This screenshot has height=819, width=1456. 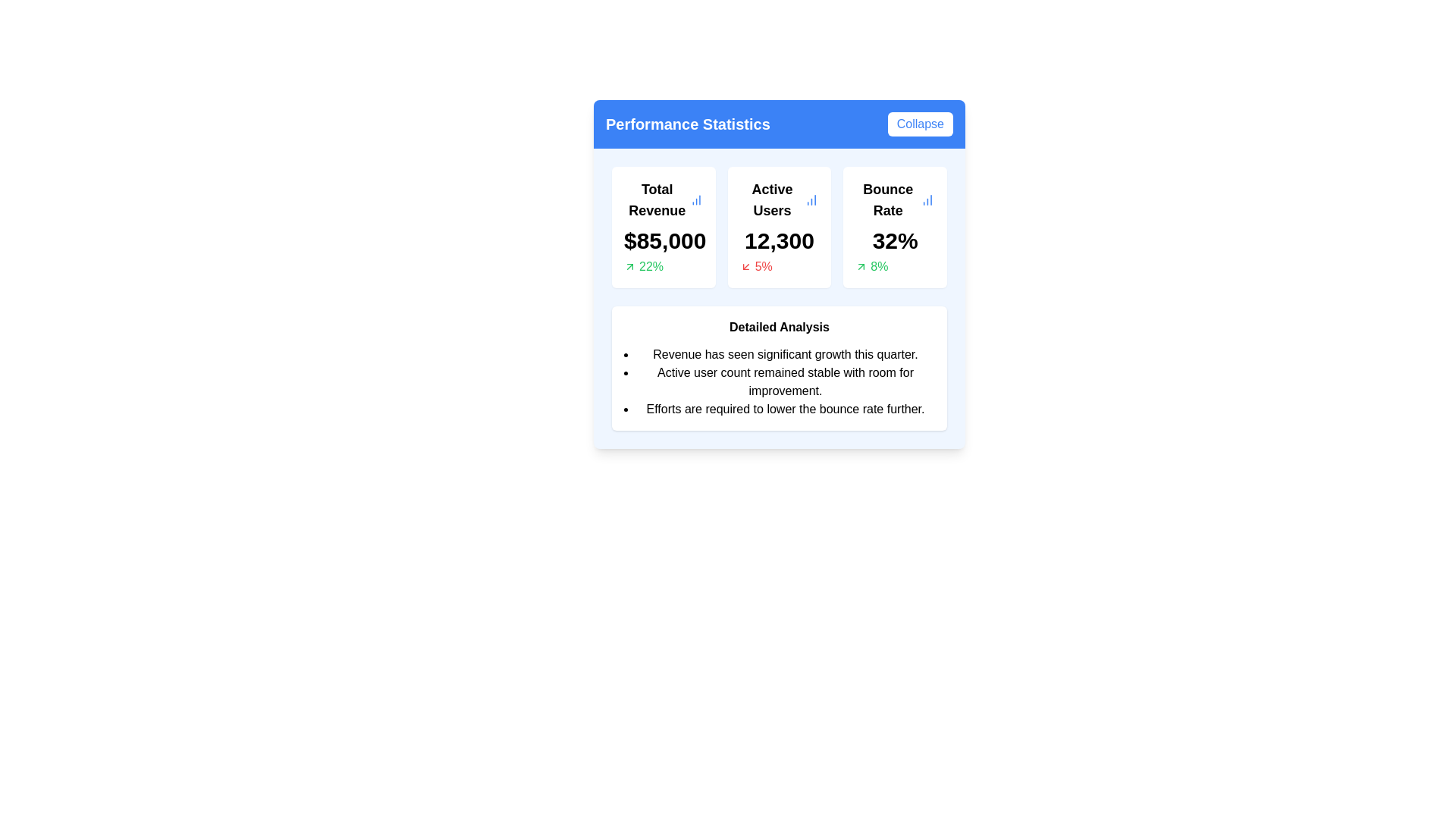 What do you see at coordinates (779, 199) in the screenshot?
I see `the header element displaying 'Active Users', which is styled in bold and larger font, located in the middle column of a statistical card` at bounding box center [779, 199].